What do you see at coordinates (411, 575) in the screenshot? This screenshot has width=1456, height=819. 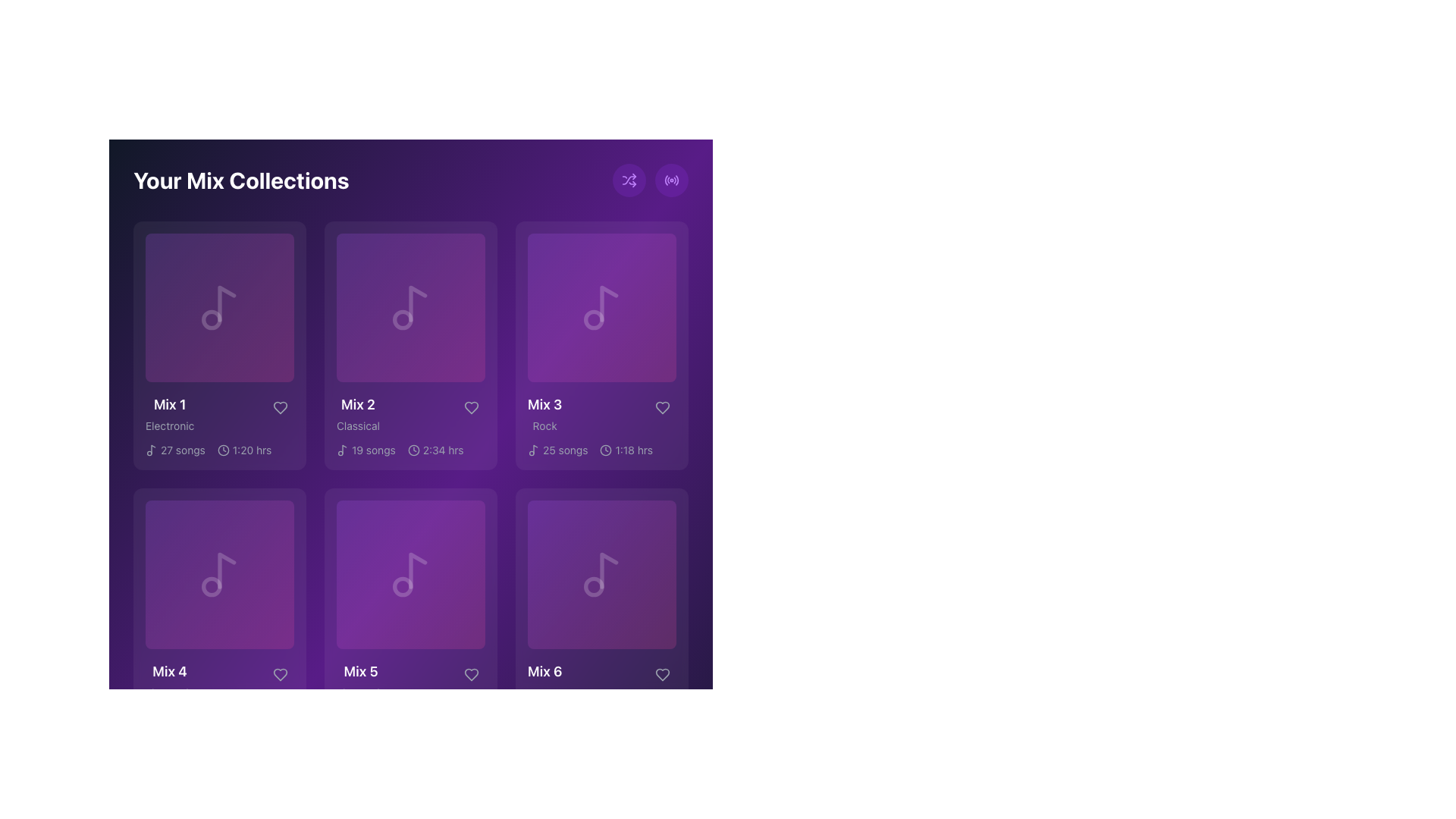 I see `the interactive card labeled 'Mix 5' in the 'Your Mix Collections' section` at bounding box center [411, 575].